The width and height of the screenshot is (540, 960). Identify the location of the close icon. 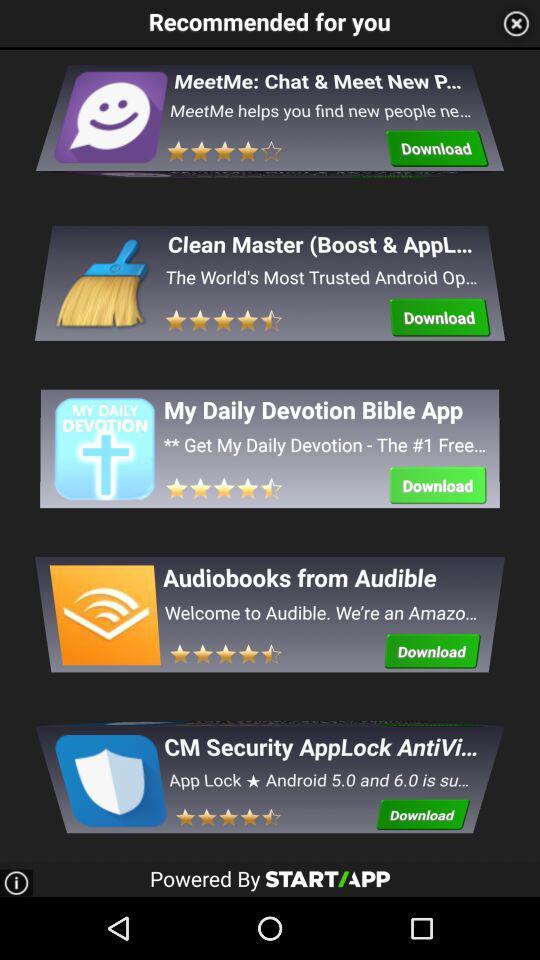
(516, 24).